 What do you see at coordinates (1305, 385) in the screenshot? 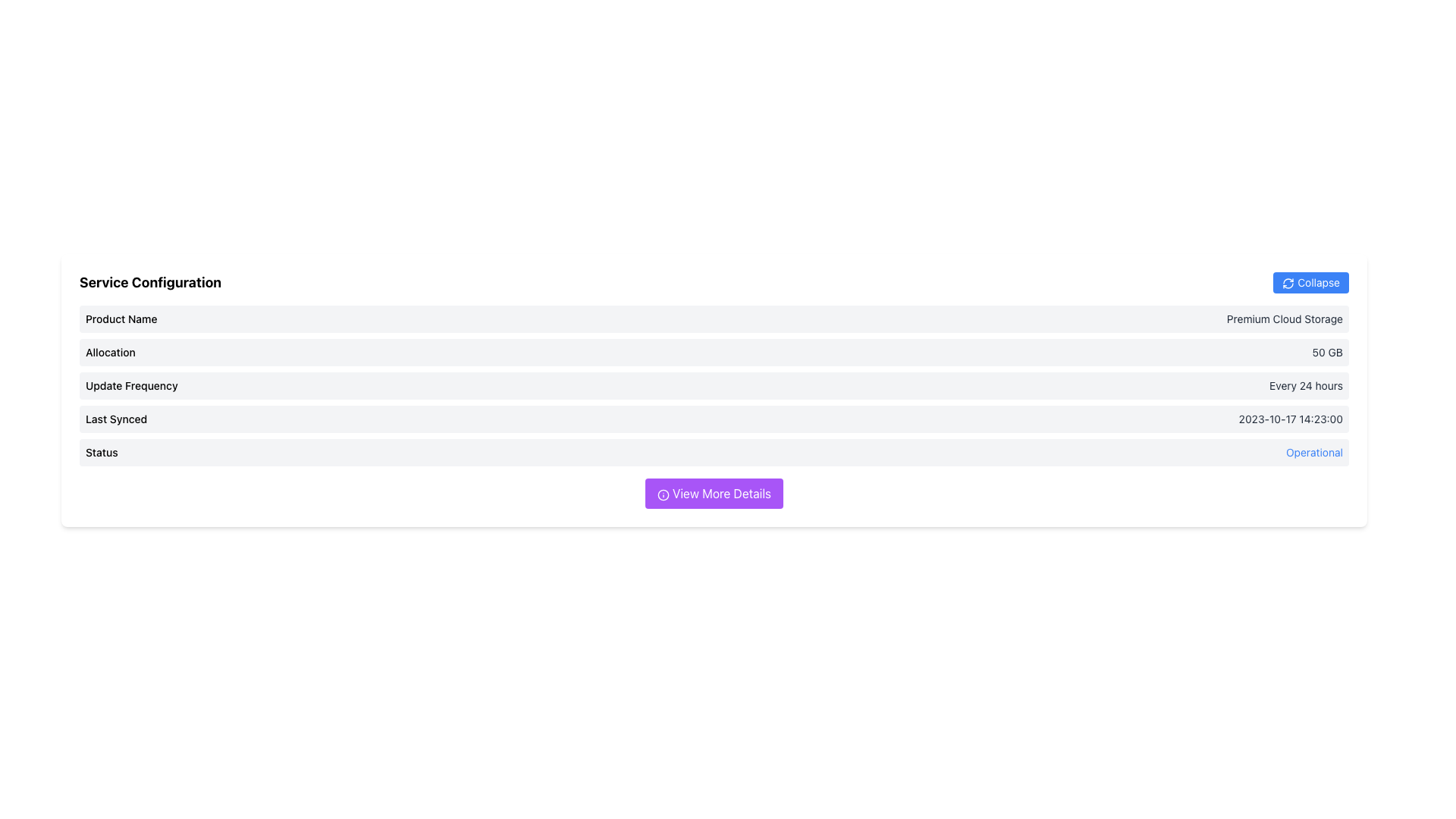
I see `the Text Label element displaying 'Every 24 hours', which is styled in gray and located next to 'Update Frequency'` at bounding box center [1305, 385].